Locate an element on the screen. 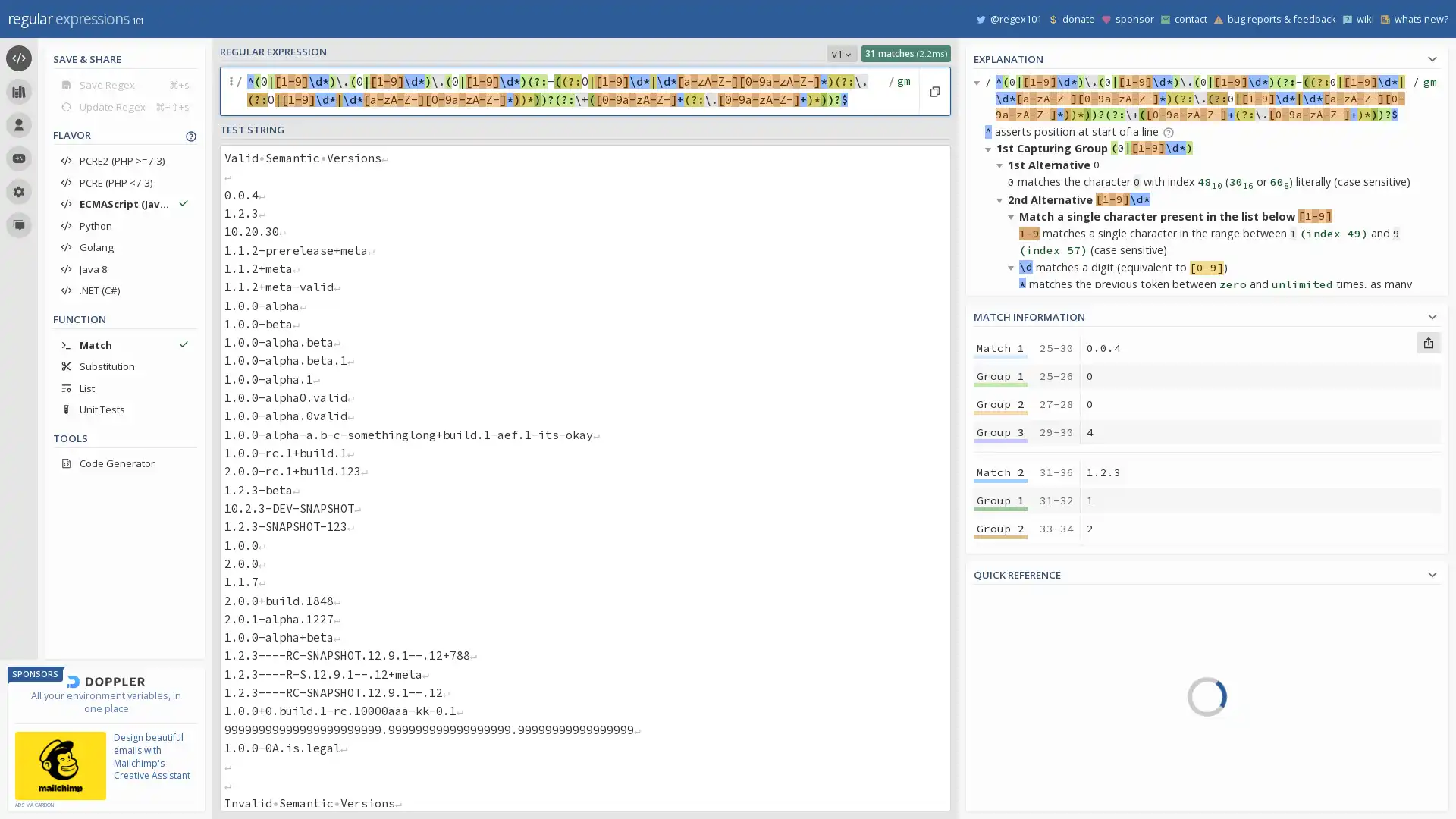 The image size is (1456, 819). Collapse Subtree is located at coordinates (1002, 388).